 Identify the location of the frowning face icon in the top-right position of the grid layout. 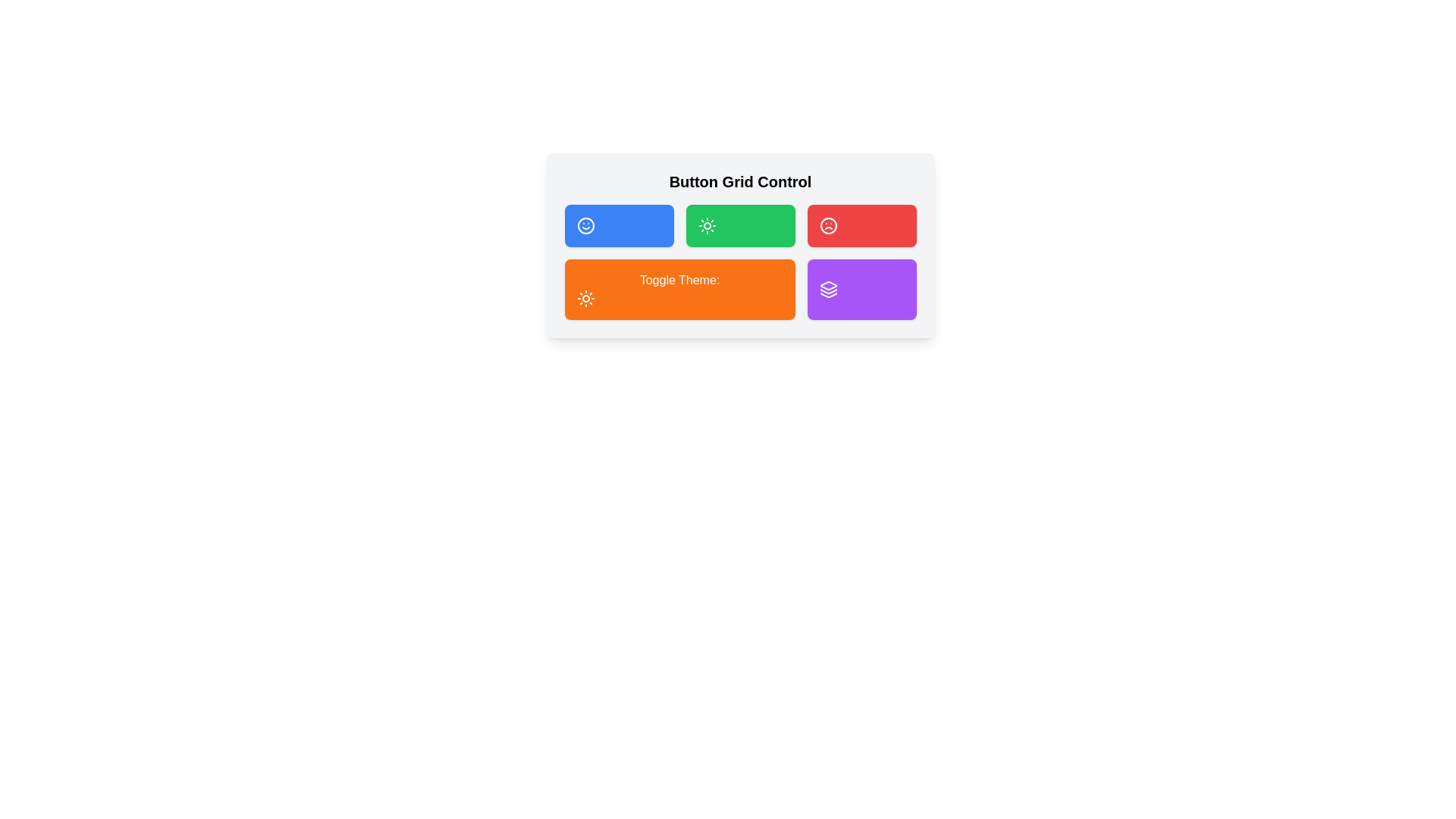
(827, 225).